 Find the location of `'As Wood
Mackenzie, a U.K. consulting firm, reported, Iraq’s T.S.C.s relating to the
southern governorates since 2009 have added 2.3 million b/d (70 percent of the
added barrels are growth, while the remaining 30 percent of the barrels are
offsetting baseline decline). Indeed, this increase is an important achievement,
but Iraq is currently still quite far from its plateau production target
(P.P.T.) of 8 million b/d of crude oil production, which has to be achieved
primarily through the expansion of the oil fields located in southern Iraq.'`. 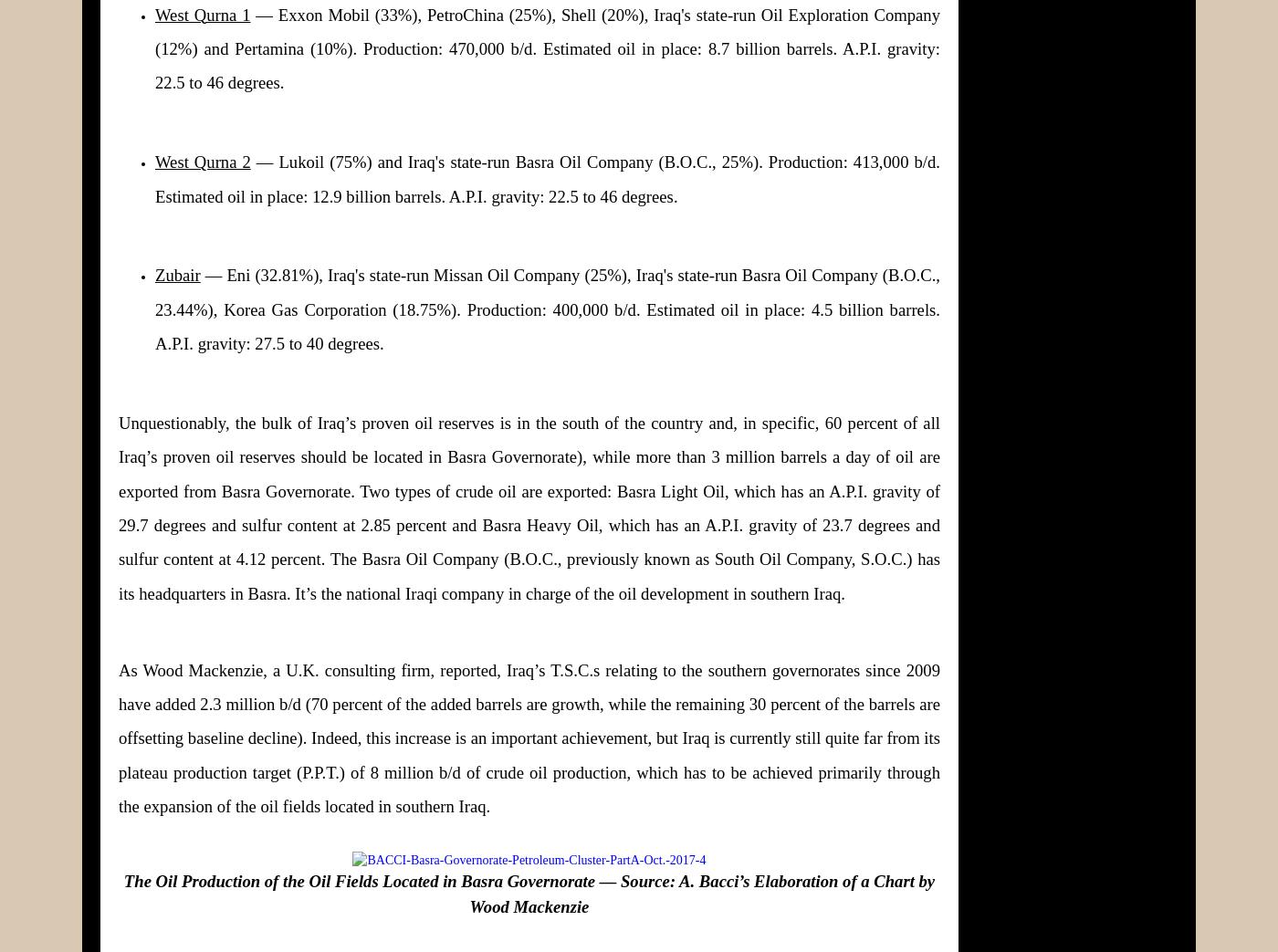

'As Wood
Mackenzie, a U.K. consulting firm, reported, Iraq’s T.S.C.s relating to the
southern governorates since 2009 have added 2.3 million b/d (70 percent of the
added barrels are growth, while the remaining 30 percent of the barrels are
offsetting baseline decline). Indeed, this increase is an important achievement,
but Iraq is currently still quite far from its plateau production target
(P.P.T.) of 8 million b/d of crude oil production, which has to be achieved
primarily through the expansion of the oil fields located in southern Iraq.' is located at coordinates (119, 737).